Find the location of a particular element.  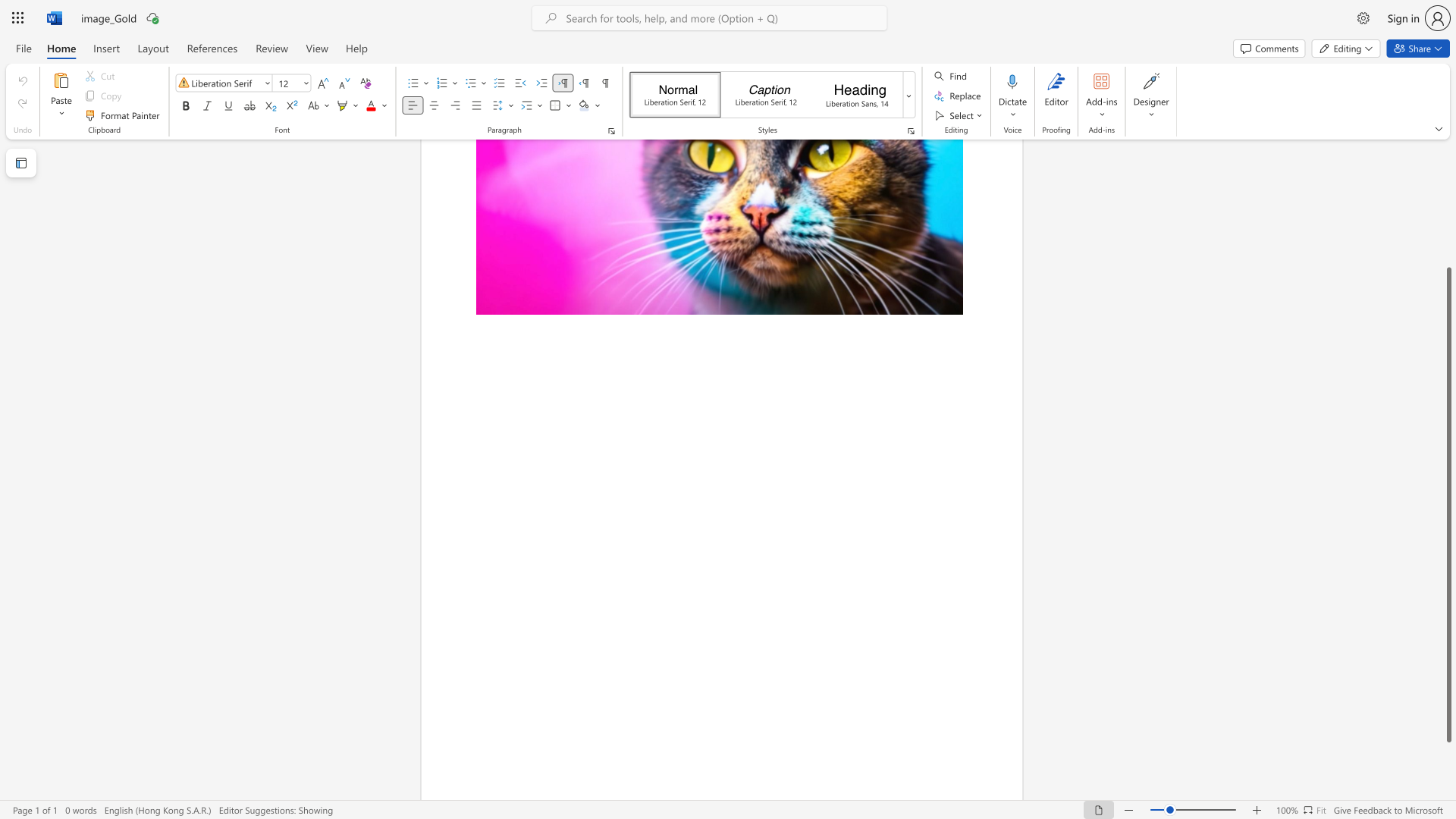

the scrollbar and move down 30 pixels is located at coordinates (1448, 505).